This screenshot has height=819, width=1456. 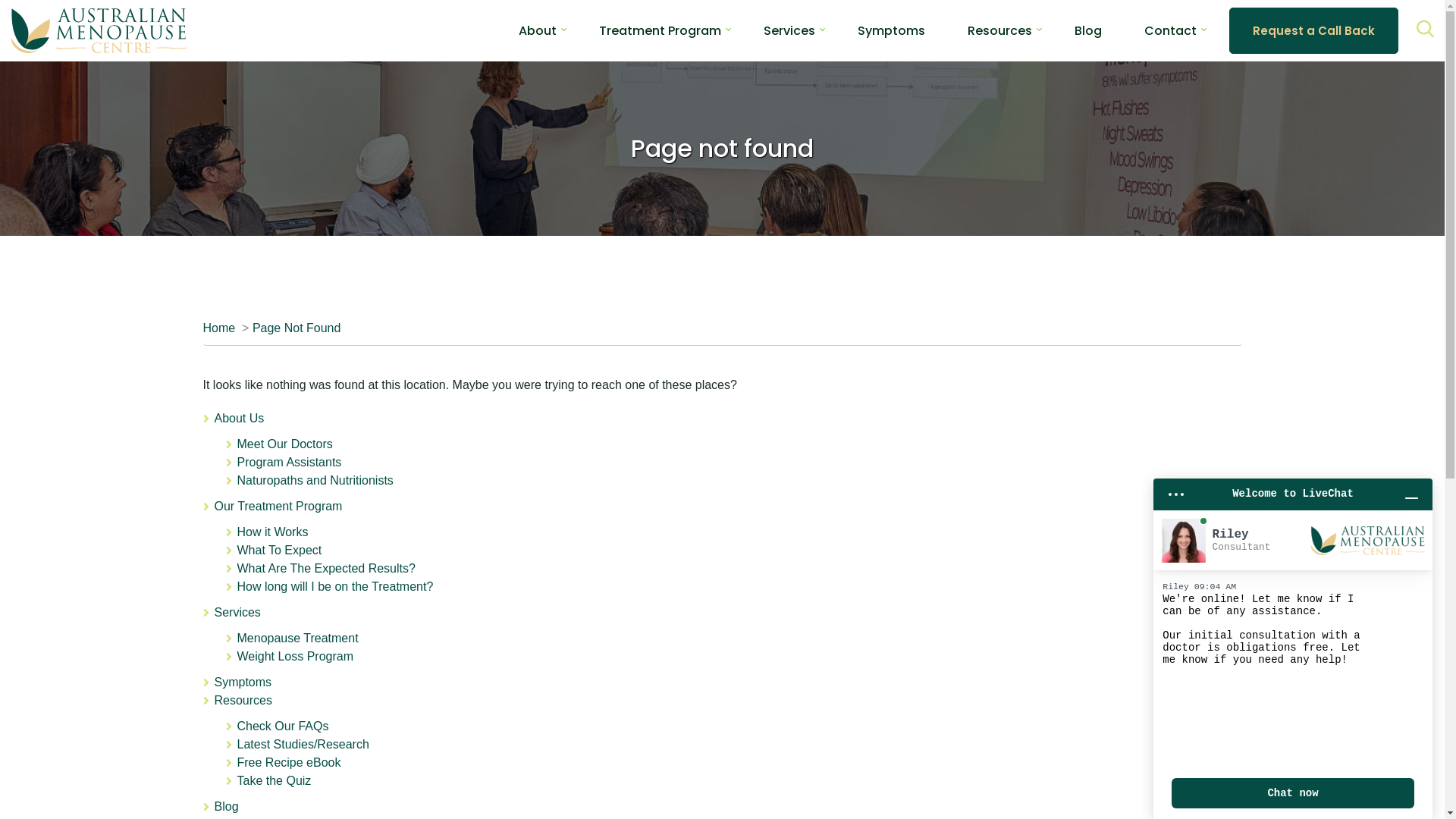 What do you see at coordinates (236, 480) in the screenshot?
I see `'Naturopaths and Nutritionists'` at bounding box center [236, 480].